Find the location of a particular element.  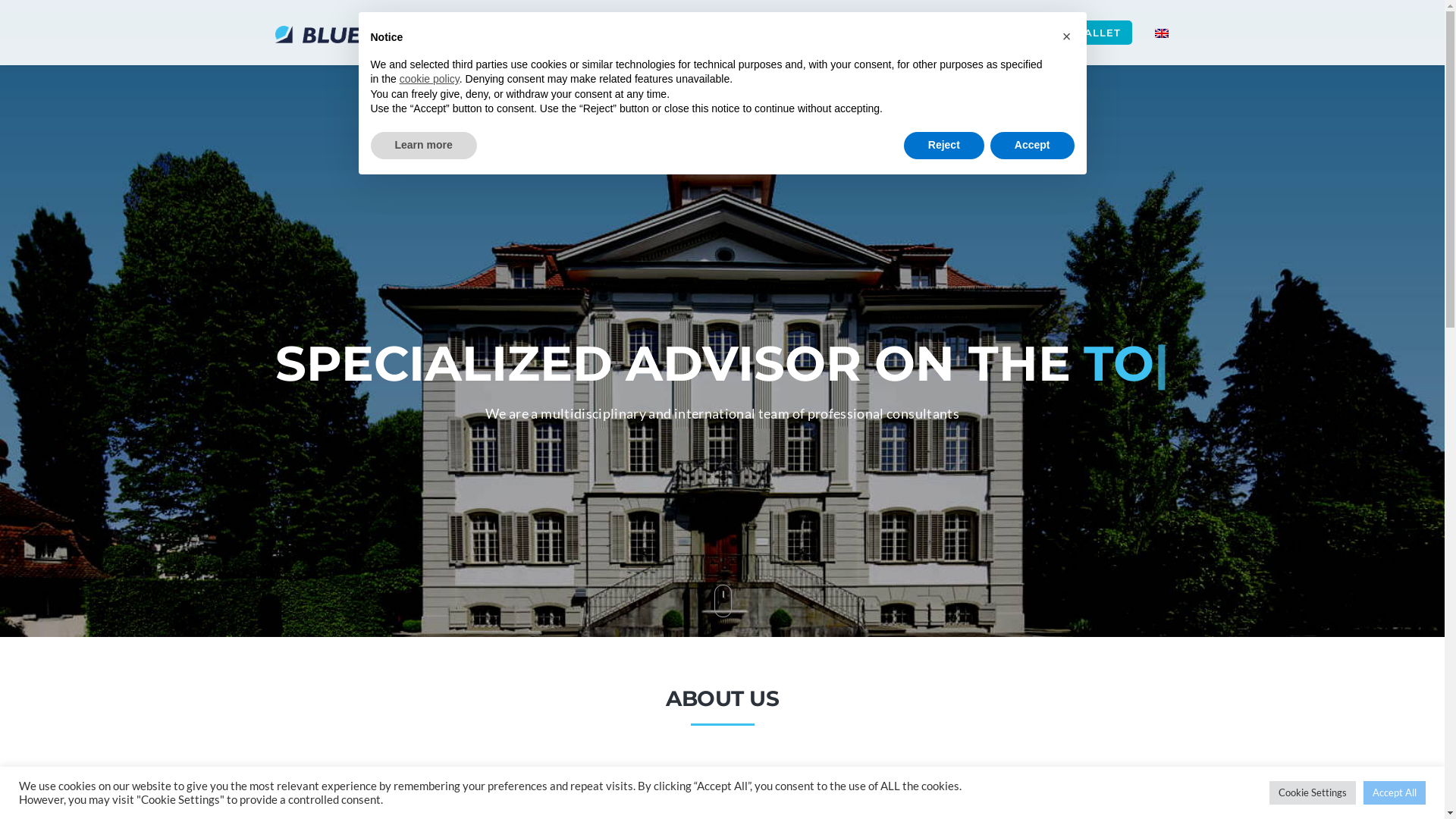

'Learn more' is located at coordinates (422, 146).